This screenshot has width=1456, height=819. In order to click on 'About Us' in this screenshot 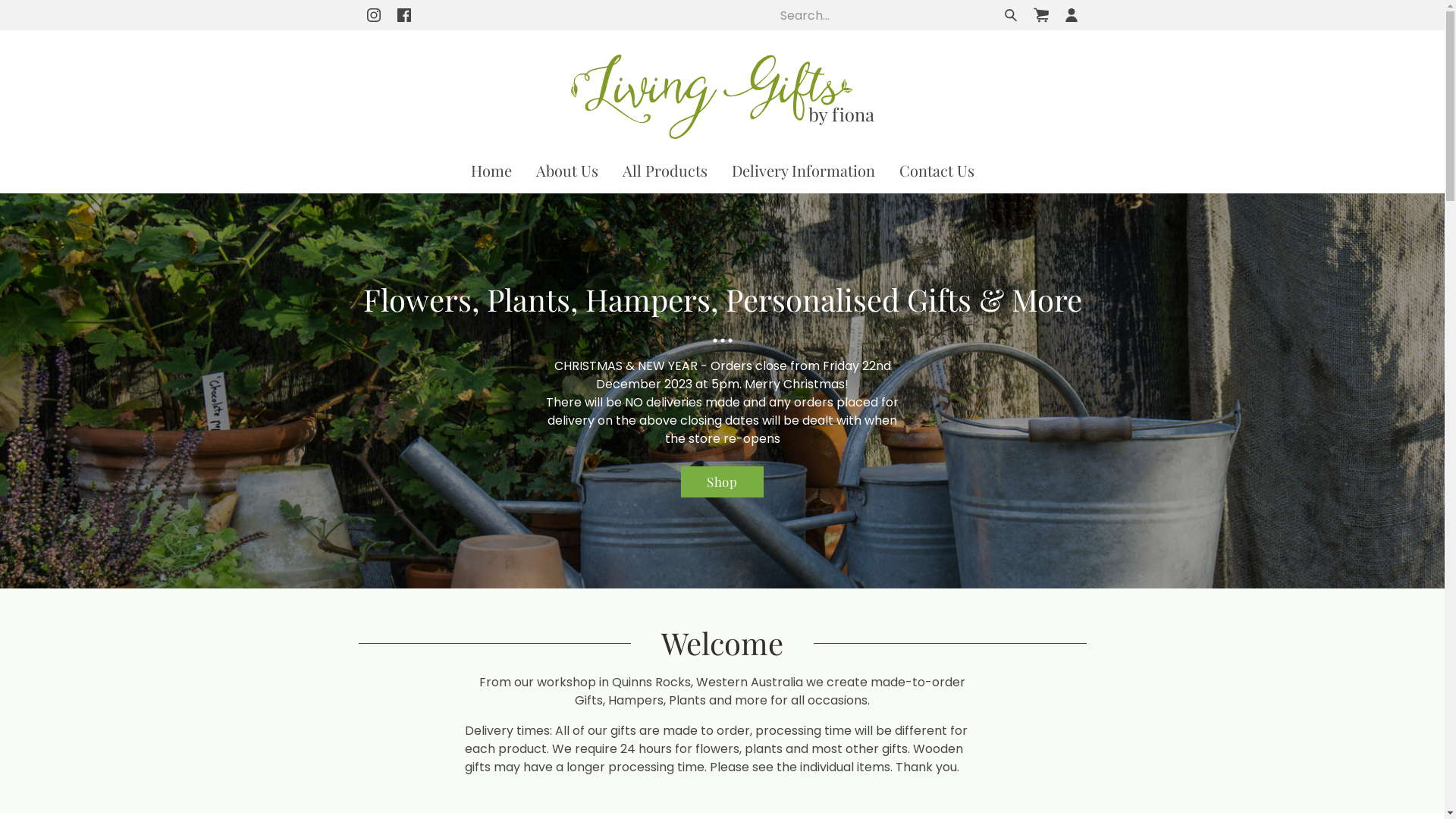, I will do `click(535, 171)`.